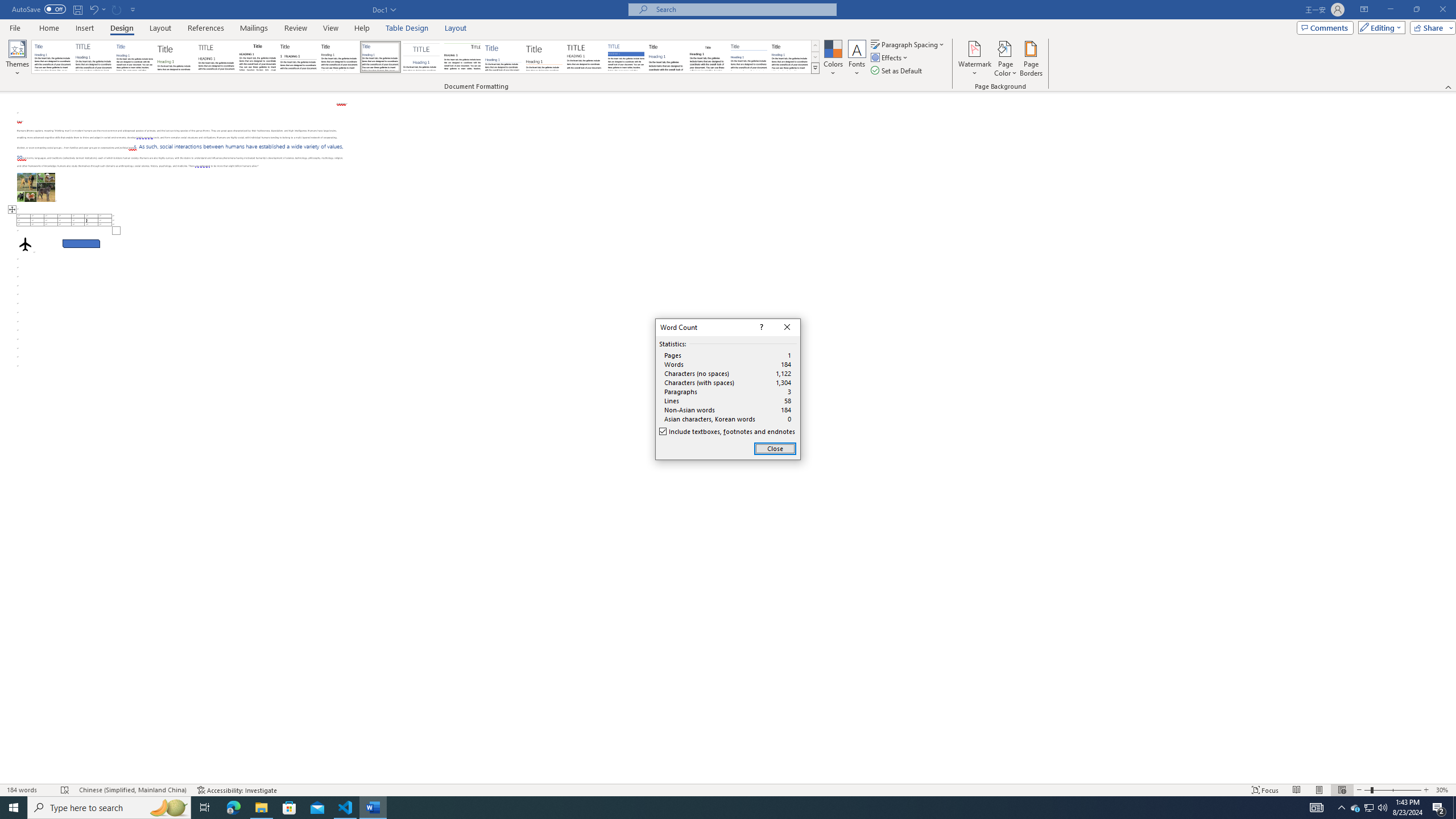 Image resolution: width=1456 pixels, height=819 pixels. Describe the element at coordinates (760, 327) in the screenshot. I see `'Context help'` at that location.